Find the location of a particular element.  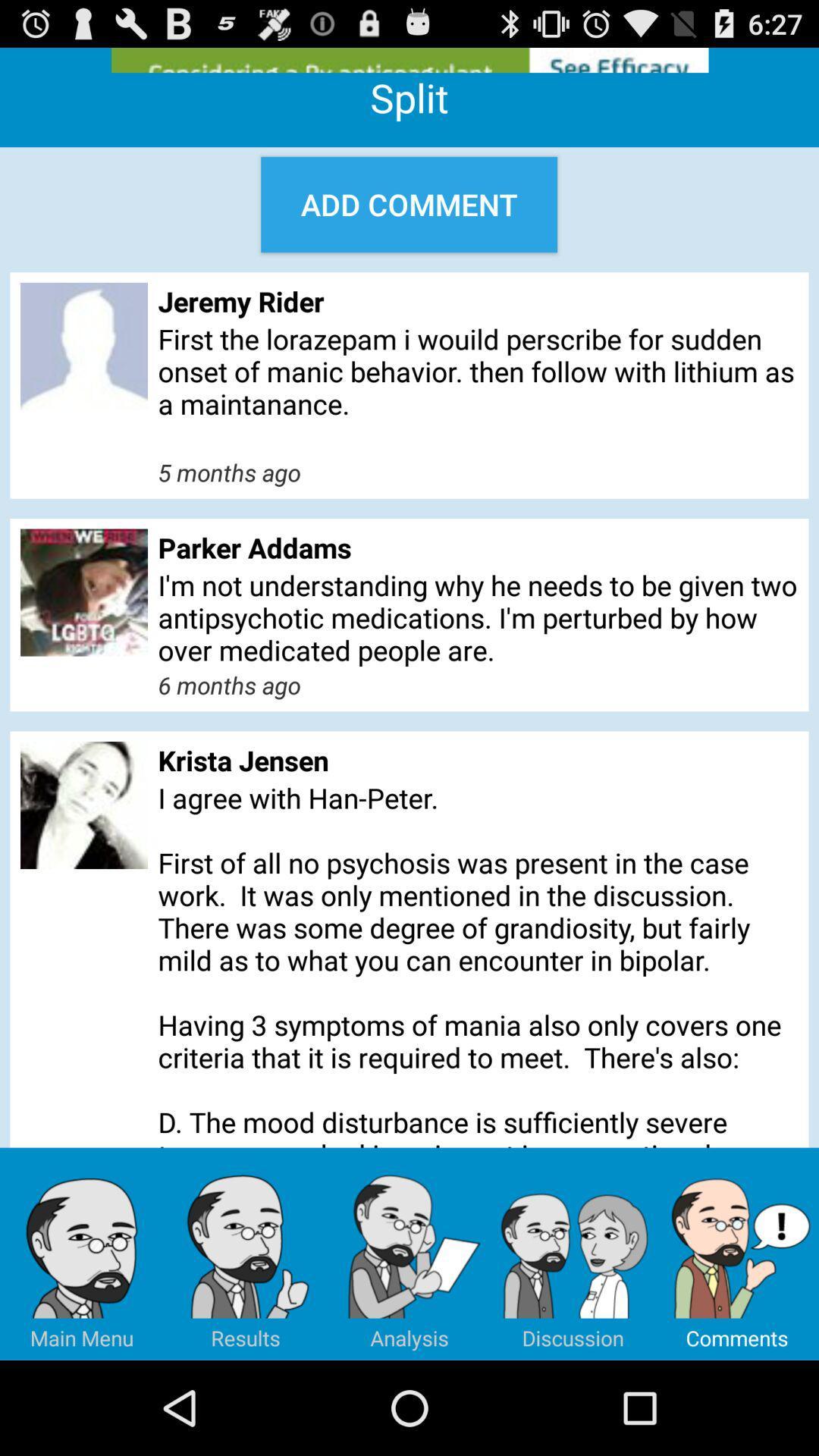

icon below the i agree with icon is located at coordinates (82, 1254).